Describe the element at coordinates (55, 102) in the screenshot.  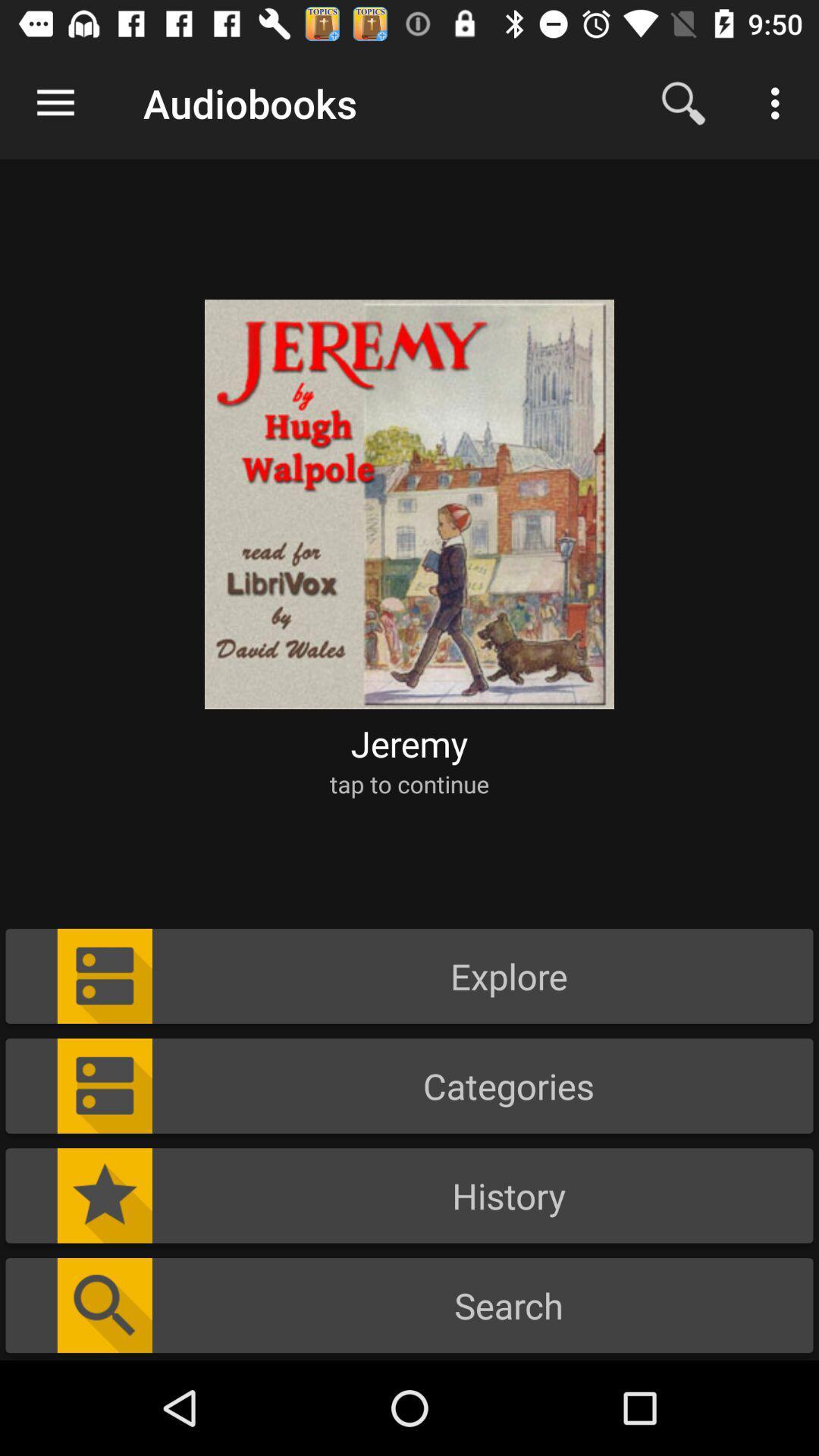
I see `the item to the left of the audiobooks` at that location.